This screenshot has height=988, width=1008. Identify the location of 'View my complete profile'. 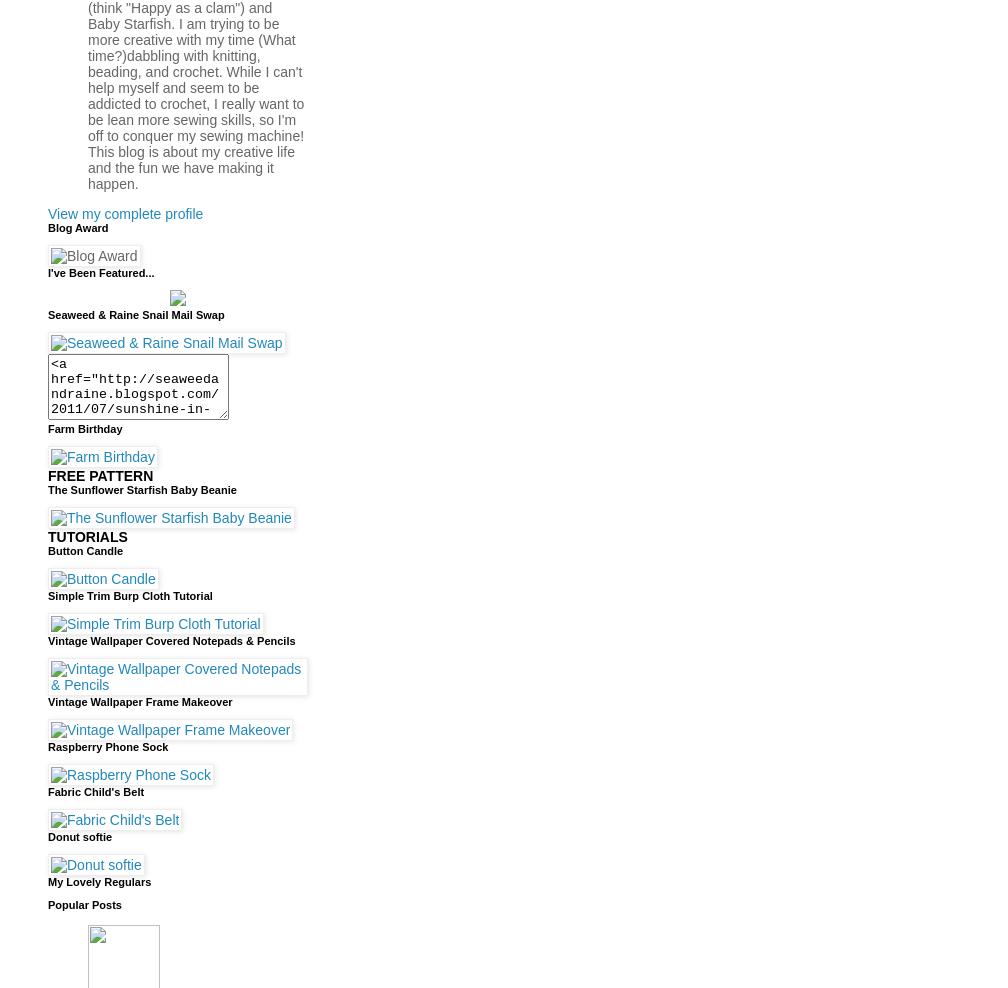
(125, 213).